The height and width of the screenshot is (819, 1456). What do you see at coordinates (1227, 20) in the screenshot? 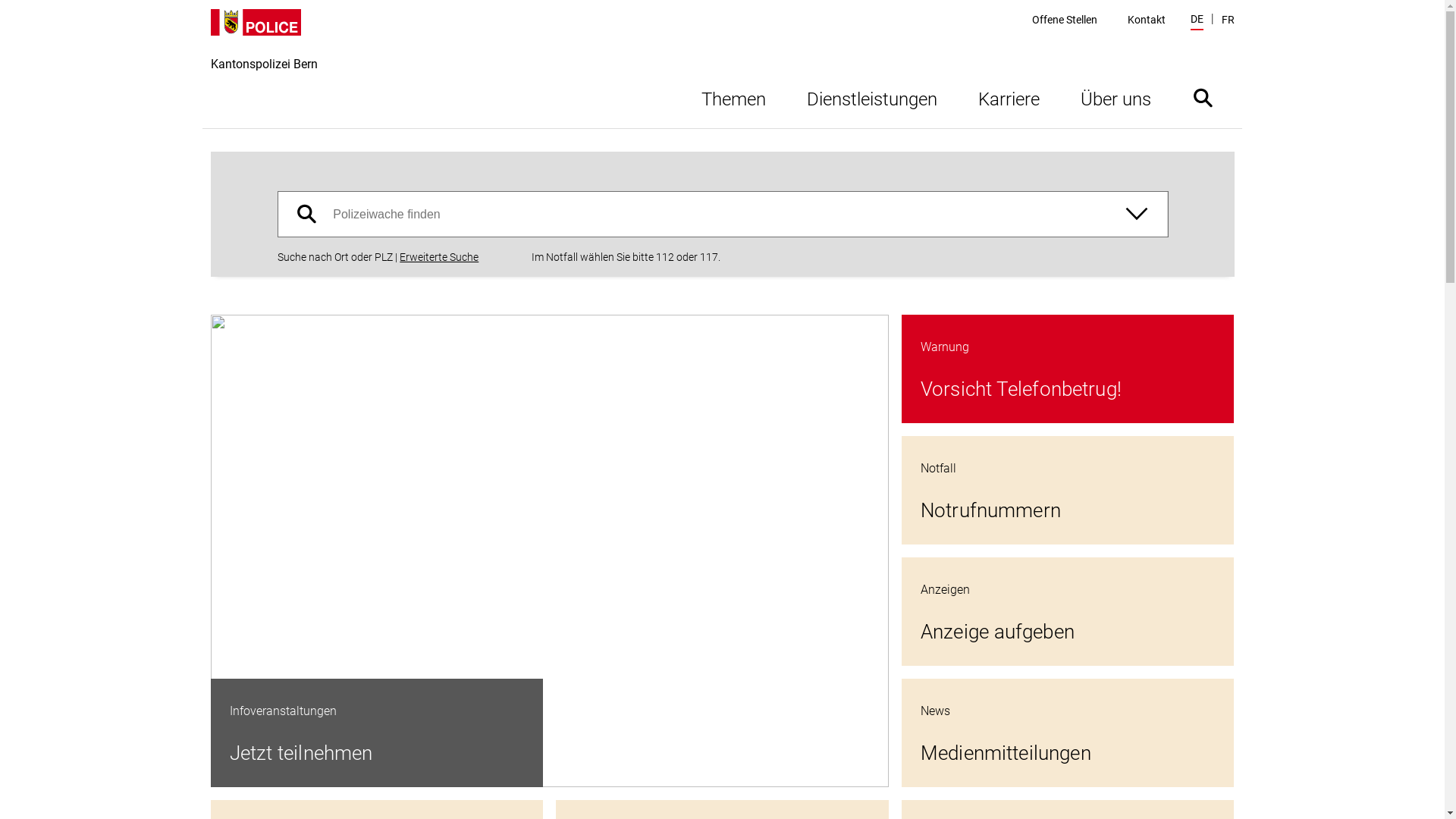
I see `'FR'` at bounding box center [1227, 20].